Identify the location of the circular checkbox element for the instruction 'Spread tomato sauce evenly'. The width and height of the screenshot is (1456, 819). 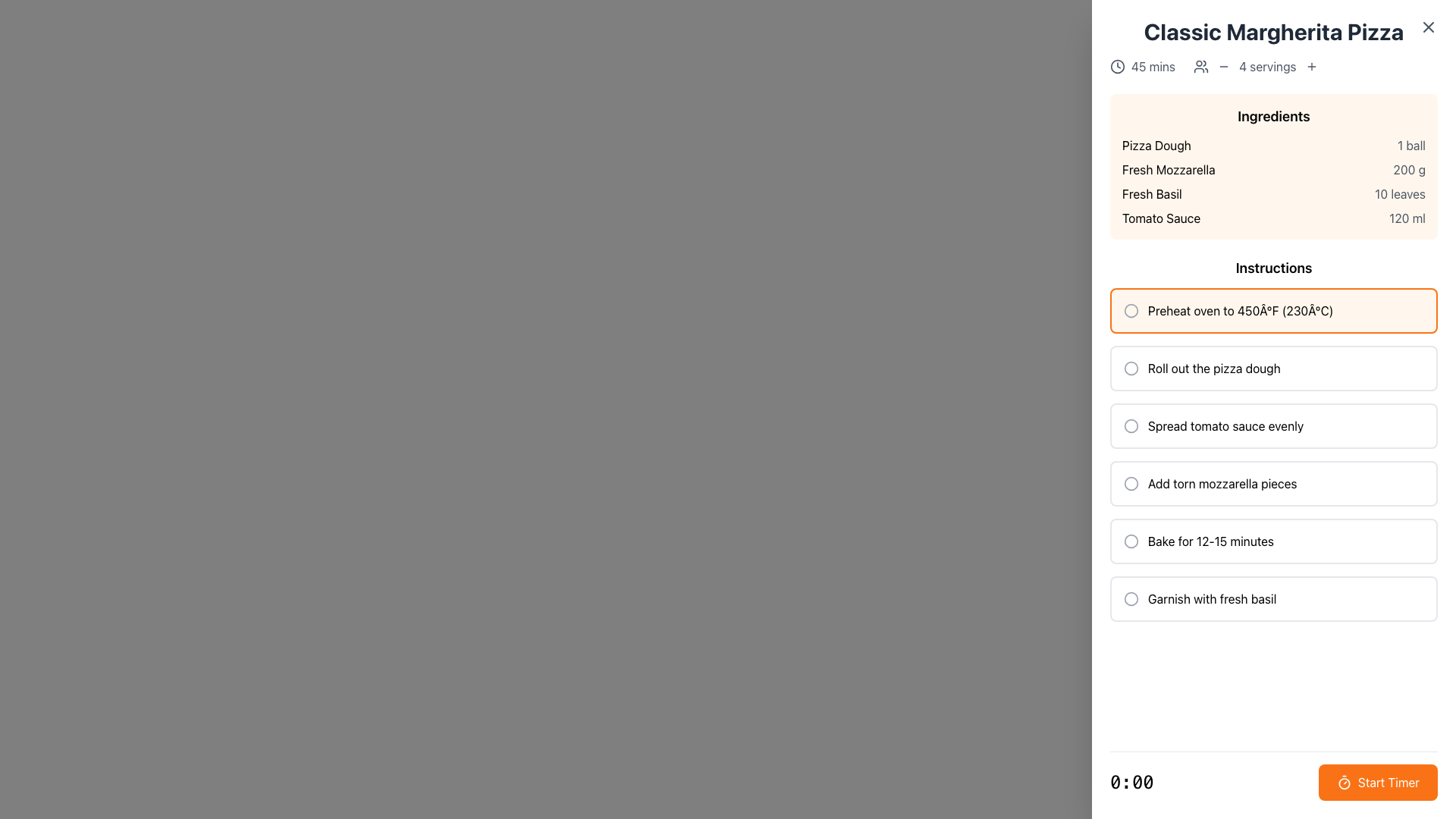
(1131, 426).